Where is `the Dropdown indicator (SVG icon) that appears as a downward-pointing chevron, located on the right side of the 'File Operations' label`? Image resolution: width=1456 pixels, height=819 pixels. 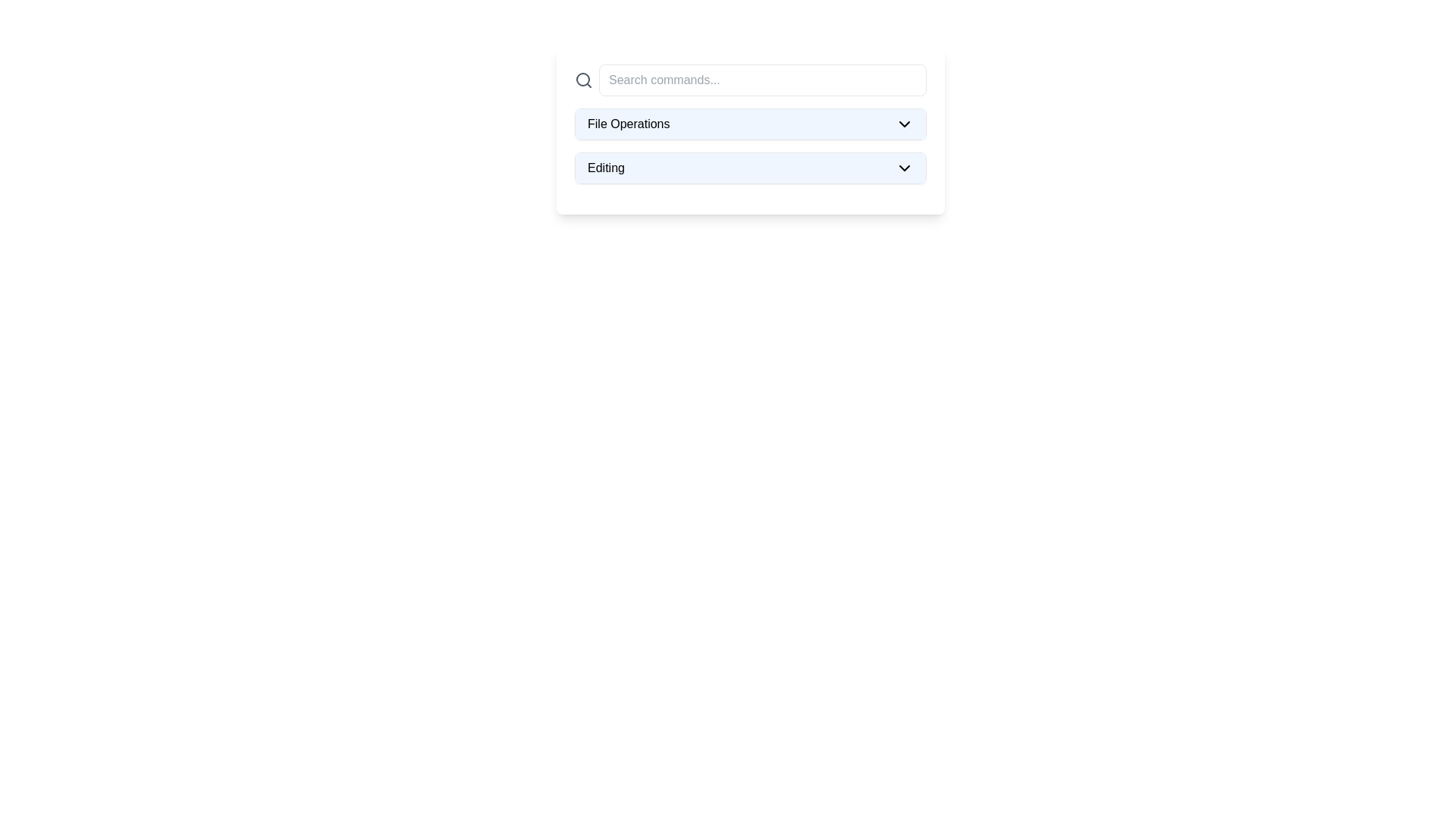 the Dropdown indicator (SVG icon) that appears as a downward-pointing chevron, located on the right side of the 'File Operations' label is located at coordinates (905, 124).